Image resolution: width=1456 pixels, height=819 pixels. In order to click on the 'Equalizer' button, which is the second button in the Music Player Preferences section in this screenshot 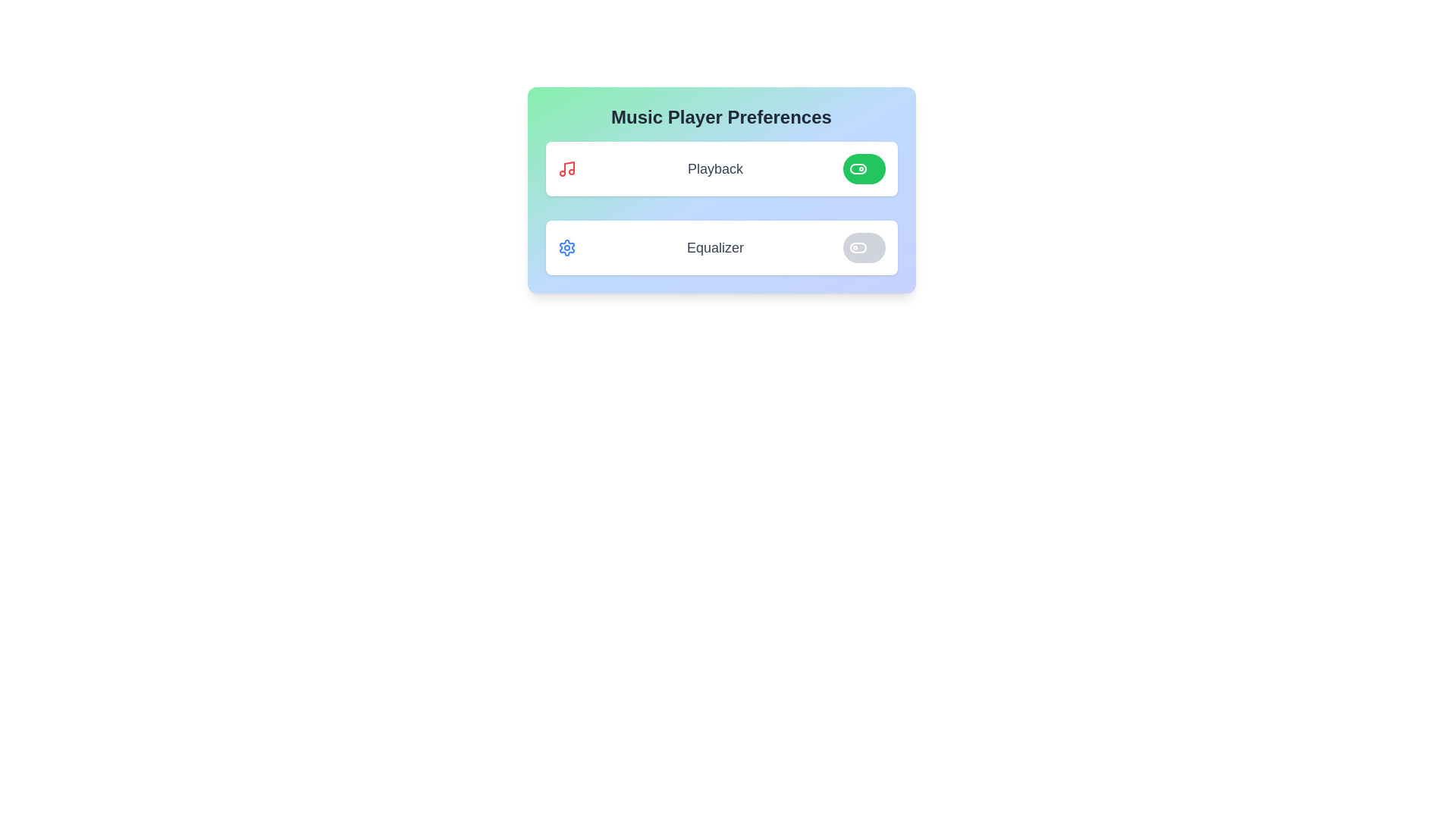, I will do `click(720, 247)`.